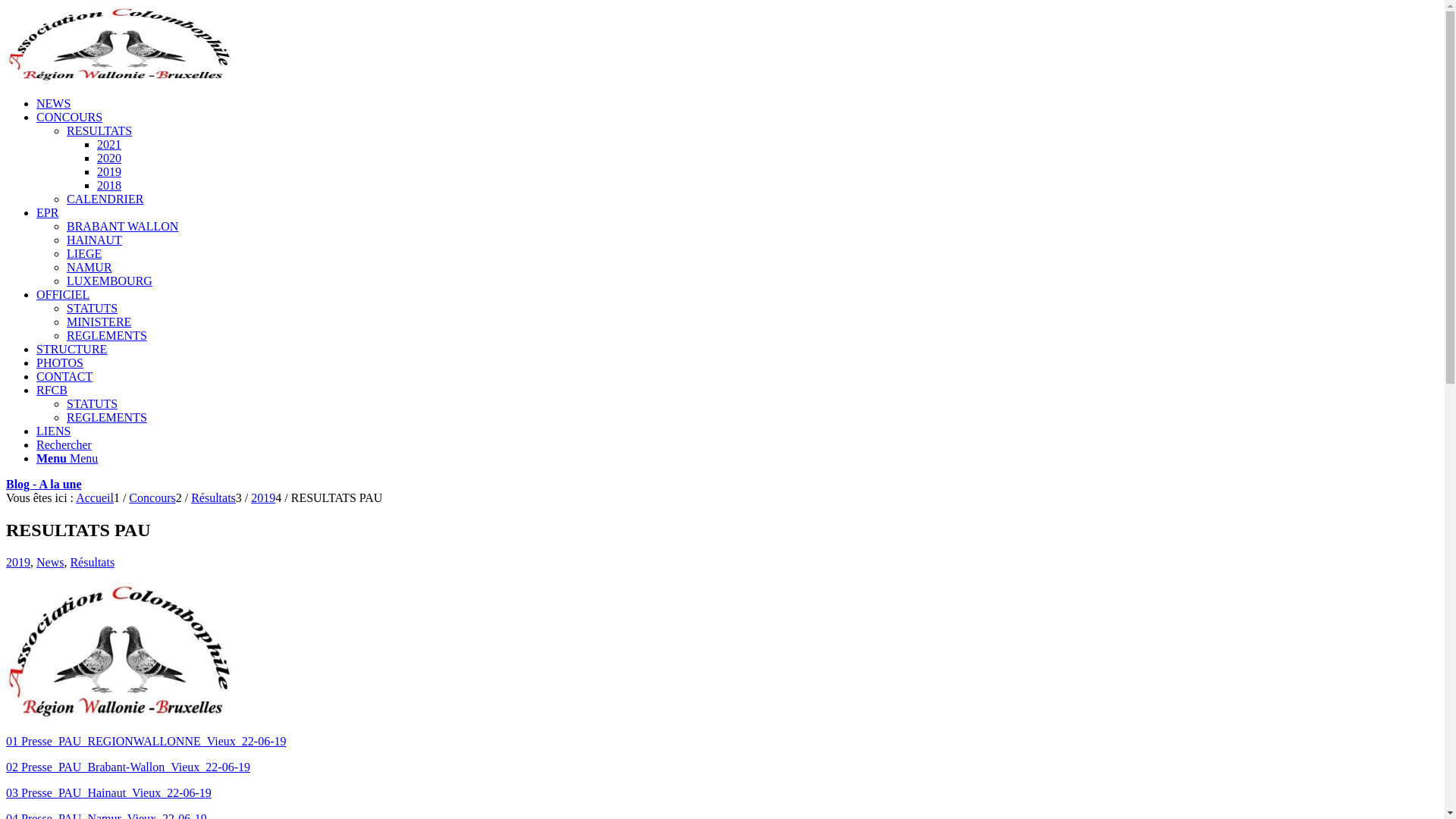 Image resolution: width=1456 pixels, height=819 pixels. I want to click on 'NEWS', so click(36, 102).